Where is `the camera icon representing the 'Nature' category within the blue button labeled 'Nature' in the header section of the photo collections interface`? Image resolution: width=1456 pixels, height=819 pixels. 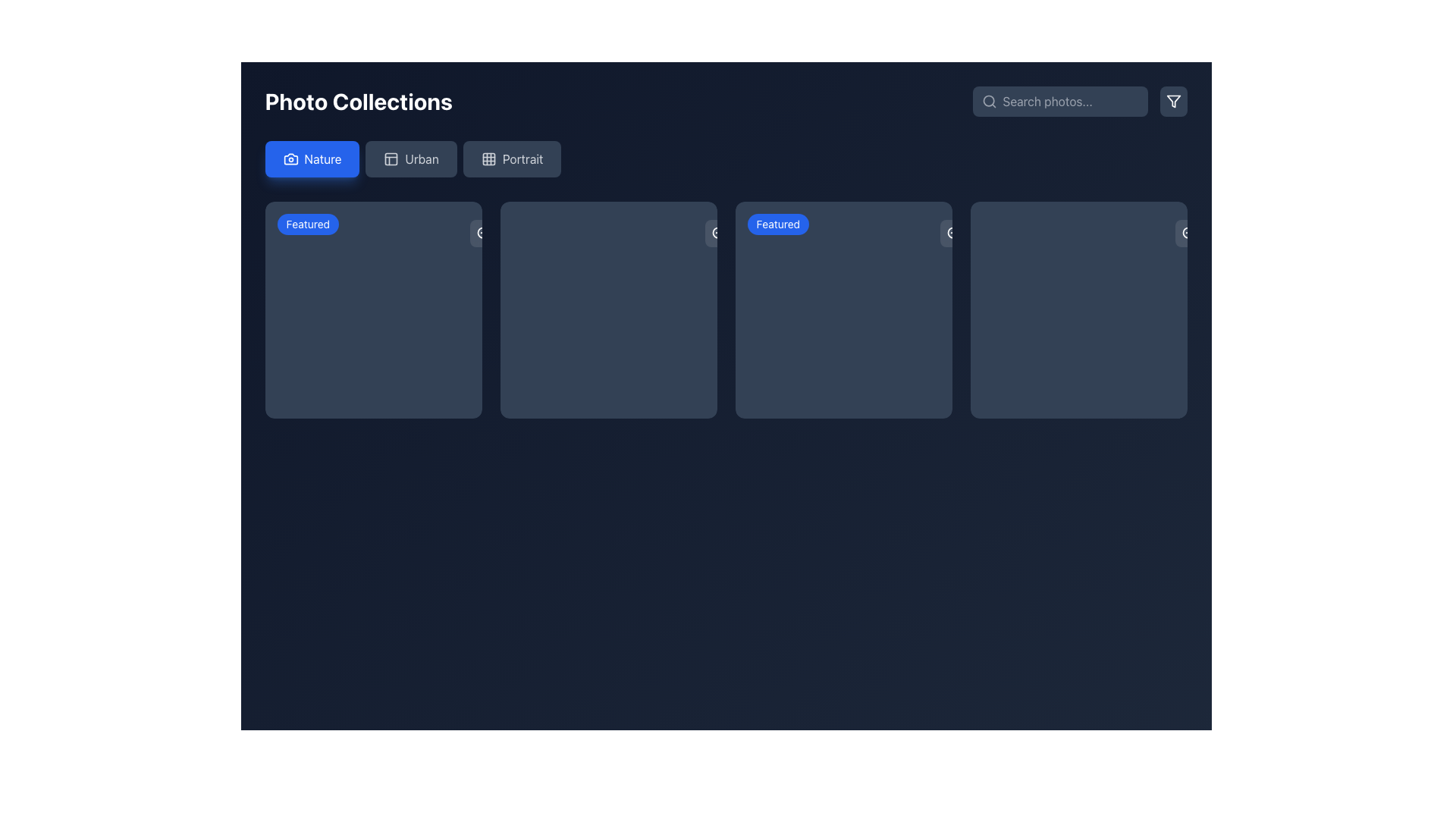
the camera icon representing the 'Nature' category within the blue button labeled 'Nature' in the header section of the photo collections interface is located at coordinates (290, 158).